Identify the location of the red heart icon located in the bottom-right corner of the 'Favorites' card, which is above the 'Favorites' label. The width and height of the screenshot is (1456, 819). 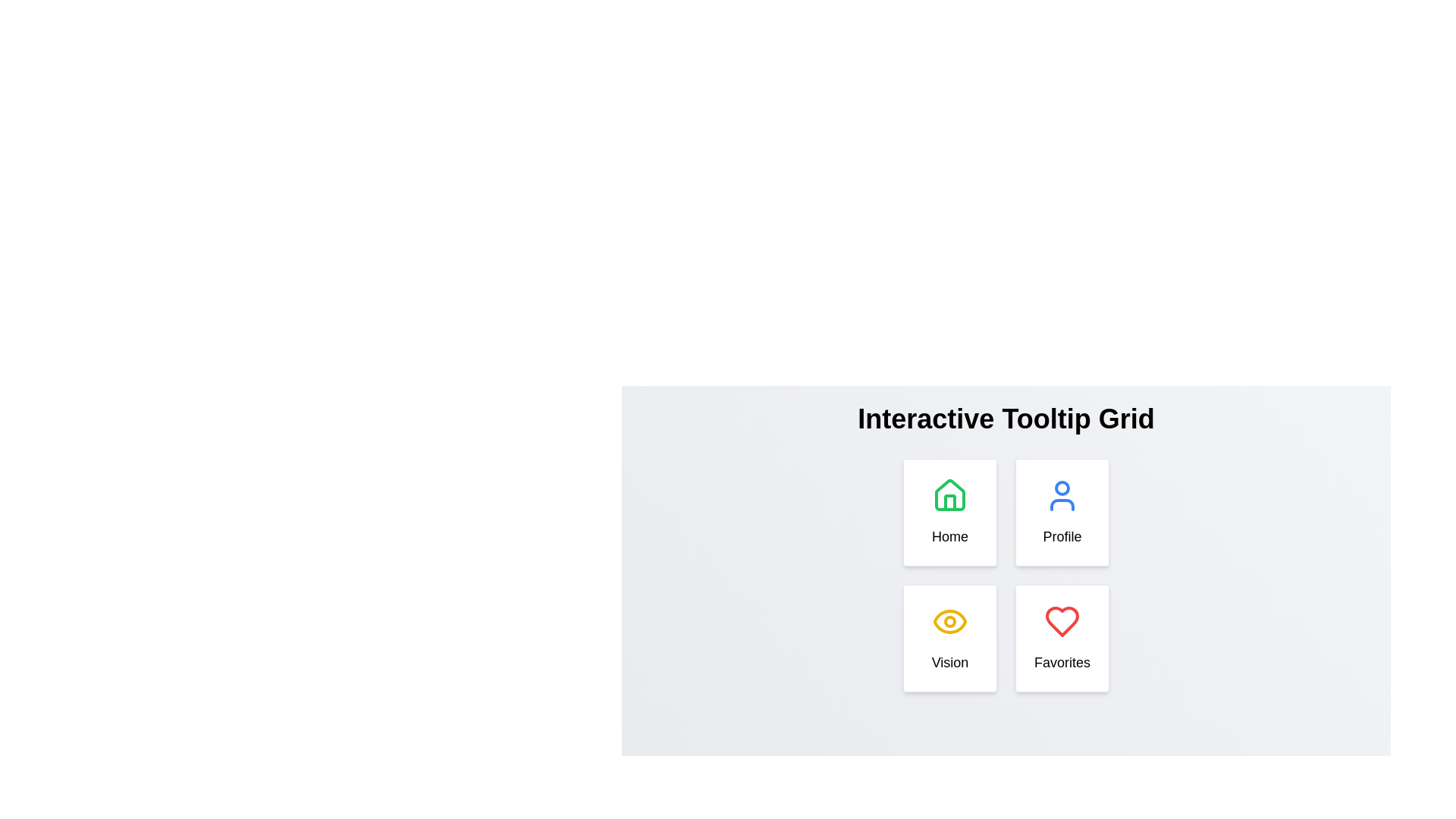
(1062, 622).